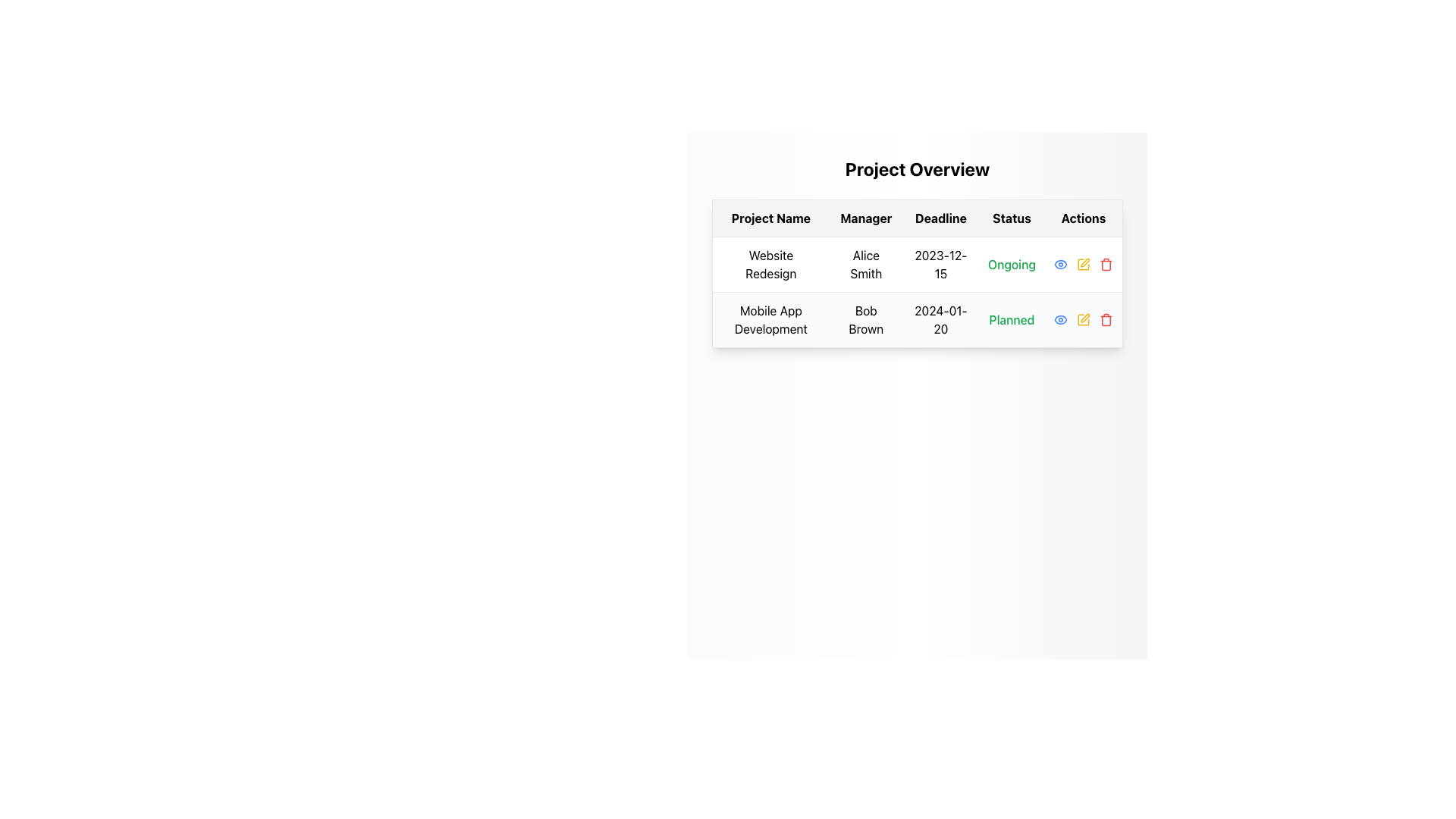 This screenshot has height=819, width=1456. I want to click on the edit icon button in the Actions column for the project 'Website Redesign', so click(1083, 263).